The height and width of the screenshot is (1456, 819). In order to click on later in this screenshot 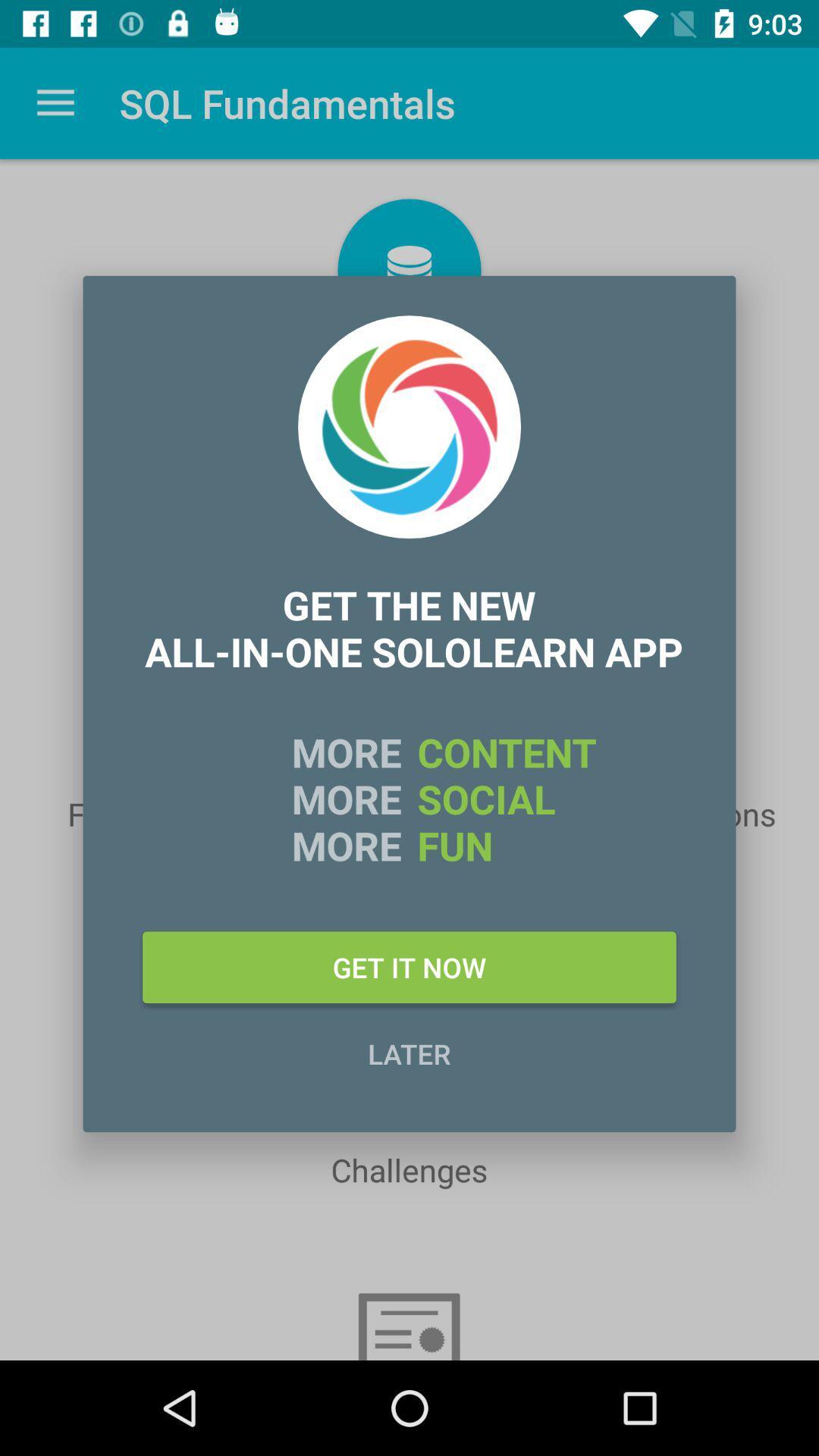, I will do `click(409, 1053)`.